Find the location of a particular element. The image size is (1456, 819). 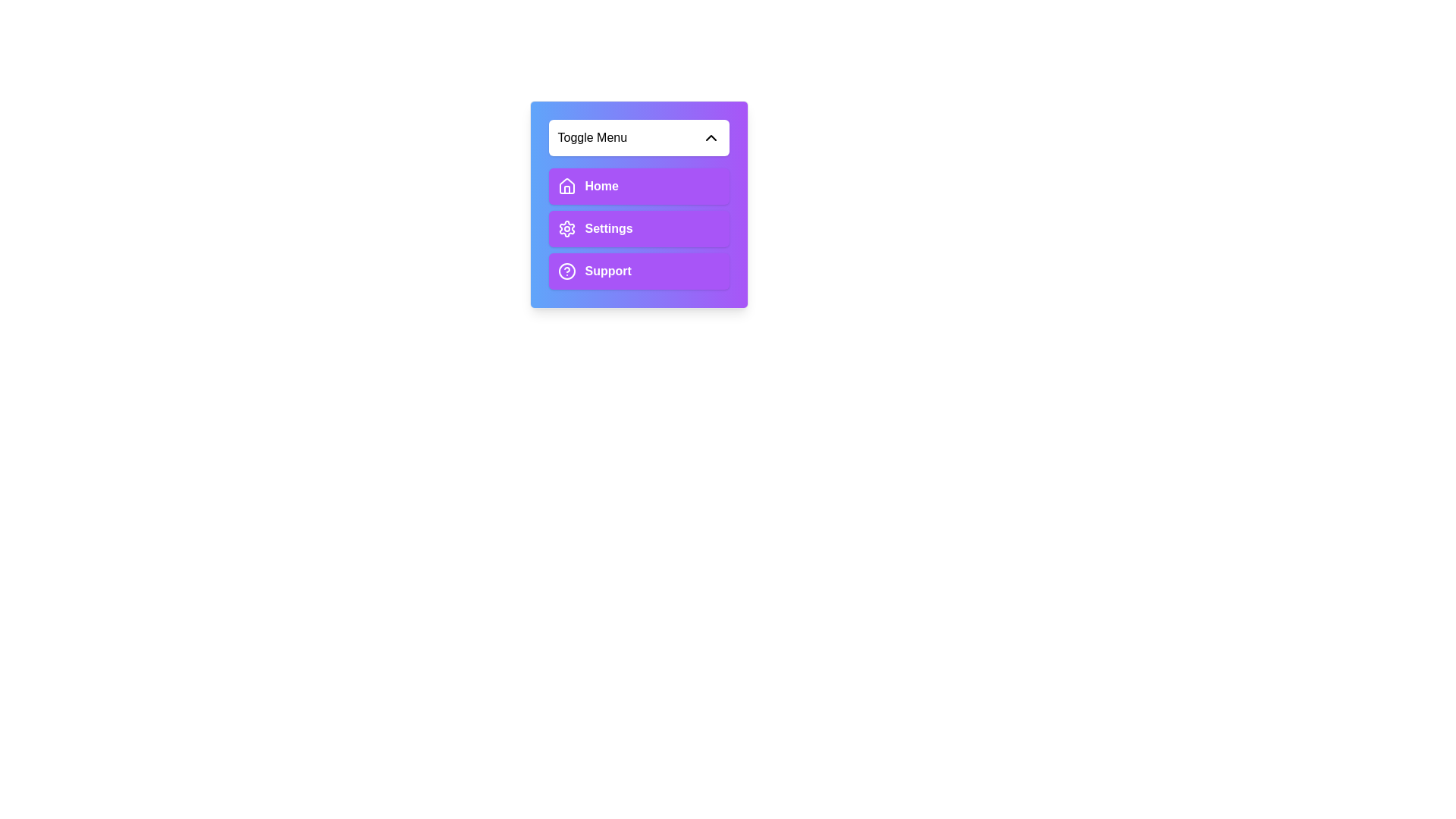

the 'Settings' icon located in the second row of the vertical list within the popup menu is located at coordinates (566, 228).